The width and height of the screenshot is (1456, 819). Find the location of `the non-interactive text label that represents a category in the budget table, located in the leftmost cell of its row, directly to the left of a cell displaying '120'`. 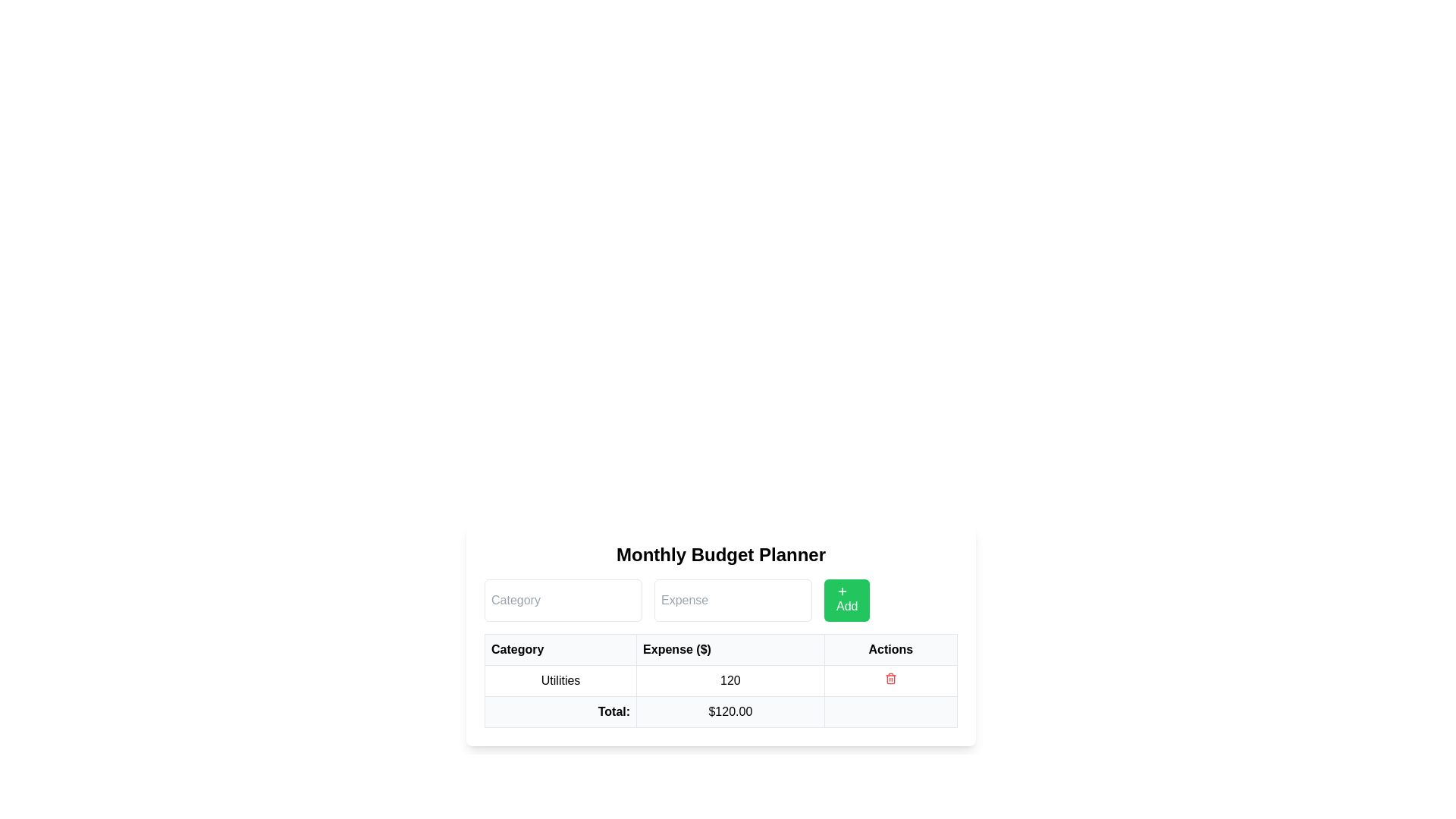

the non-interactive text label that represents a category in the budget table, located in the leftmost cell of its row, directly to the left of a cell displaying '120' is located at coordinates (560, 680).